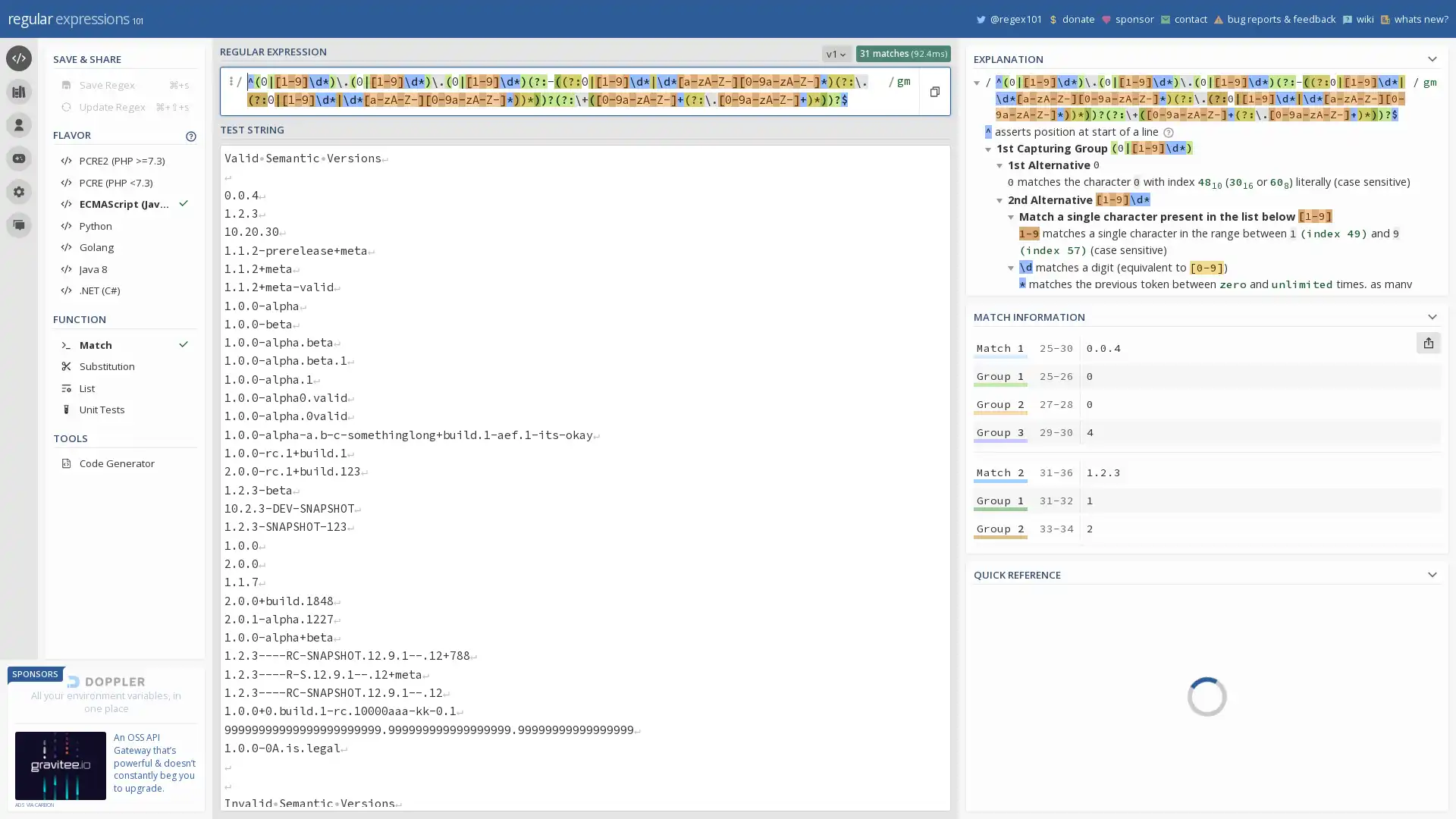  Describe the element at coordinates (124, 161) in the screenshot. I see `PCRE2 (PHP >=7.3)` at that location.